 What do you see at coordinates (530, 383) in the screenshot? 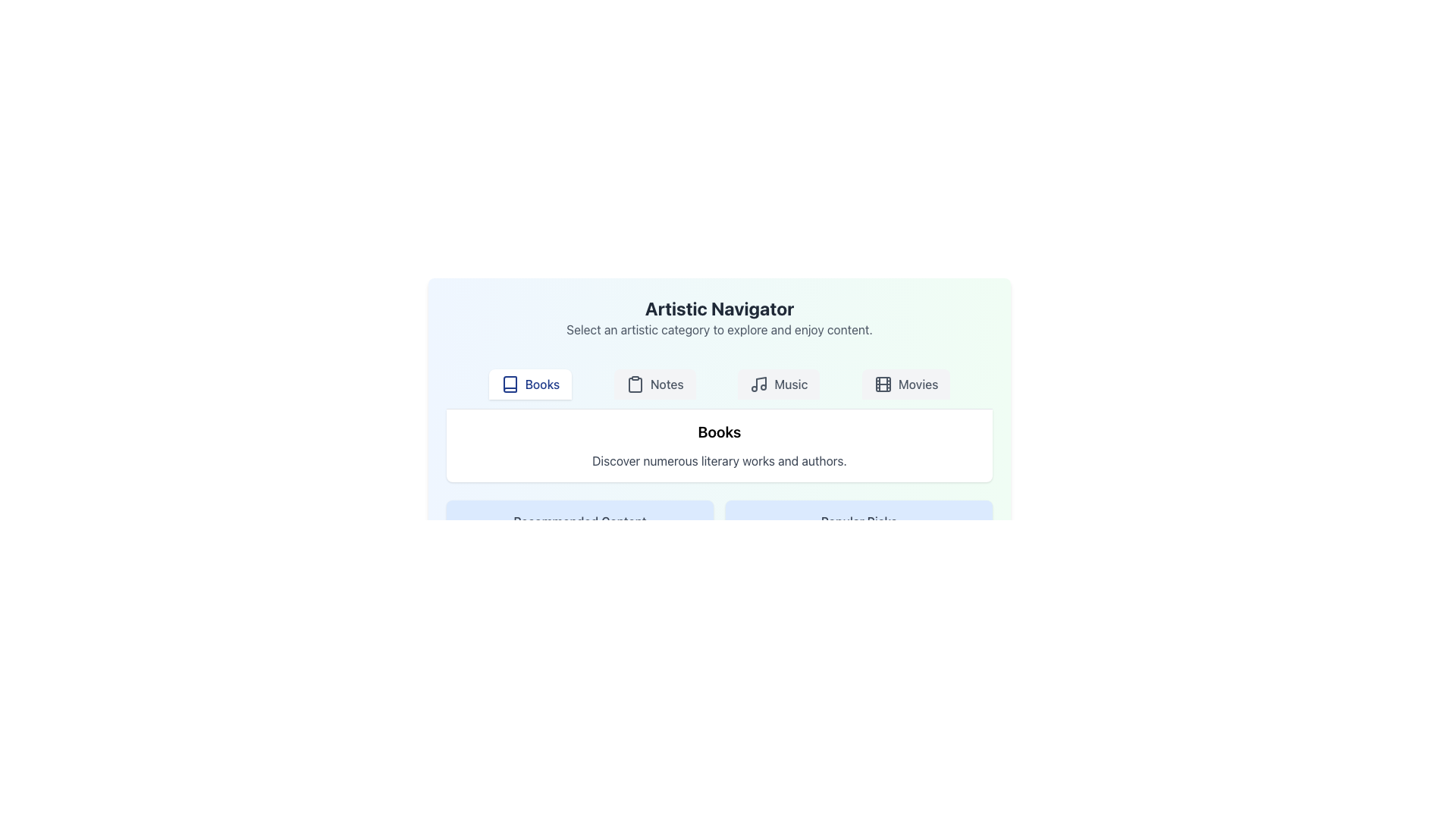
I see `the first button labeled 'Books' located below the heading 'Artistic Navigator'` at bounding box center [530, 383].